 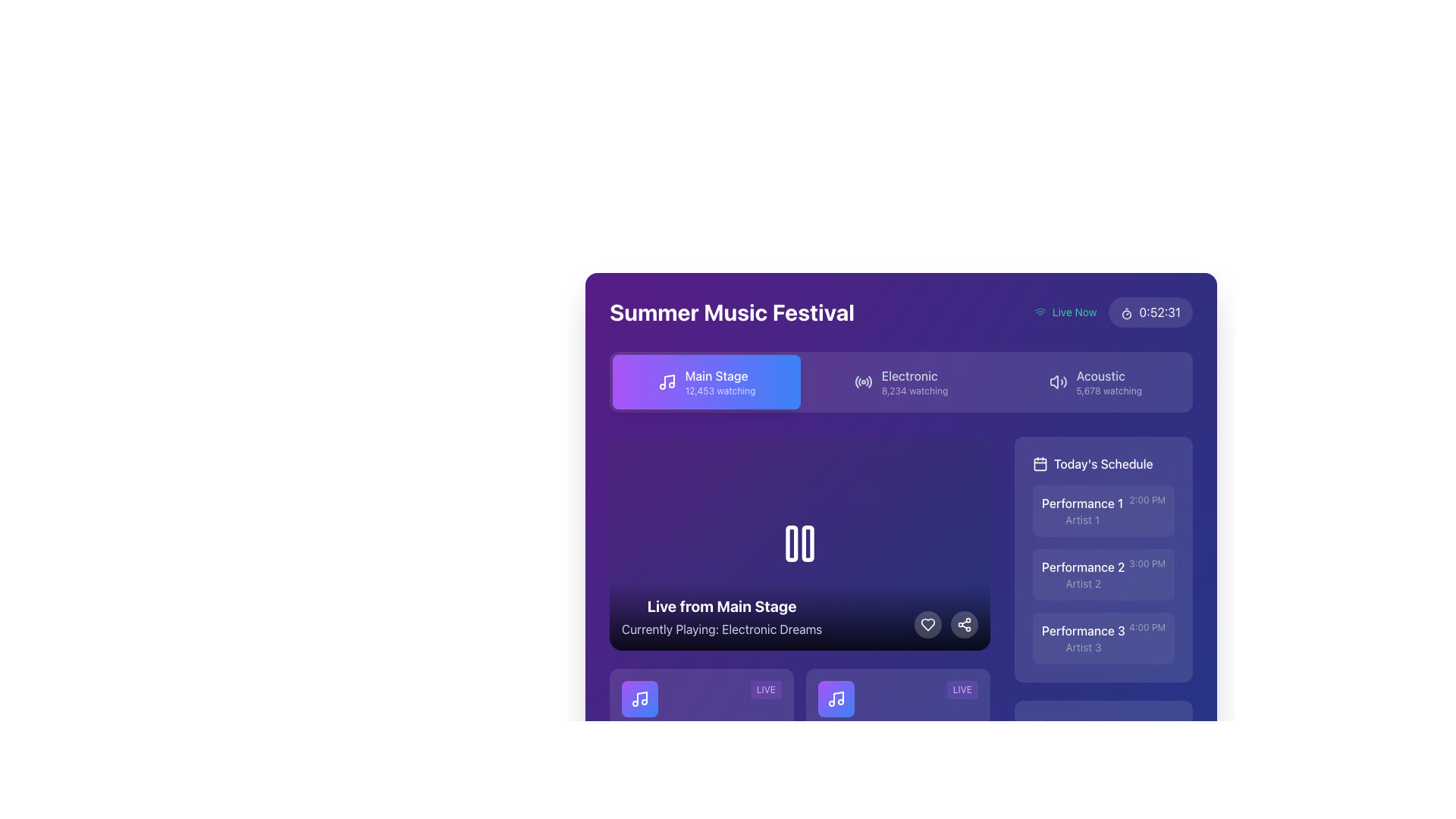 What do you see at coordinates (706, 381) in the screenshot?
I see `the leftmost button` at bounding box center [706, 381].